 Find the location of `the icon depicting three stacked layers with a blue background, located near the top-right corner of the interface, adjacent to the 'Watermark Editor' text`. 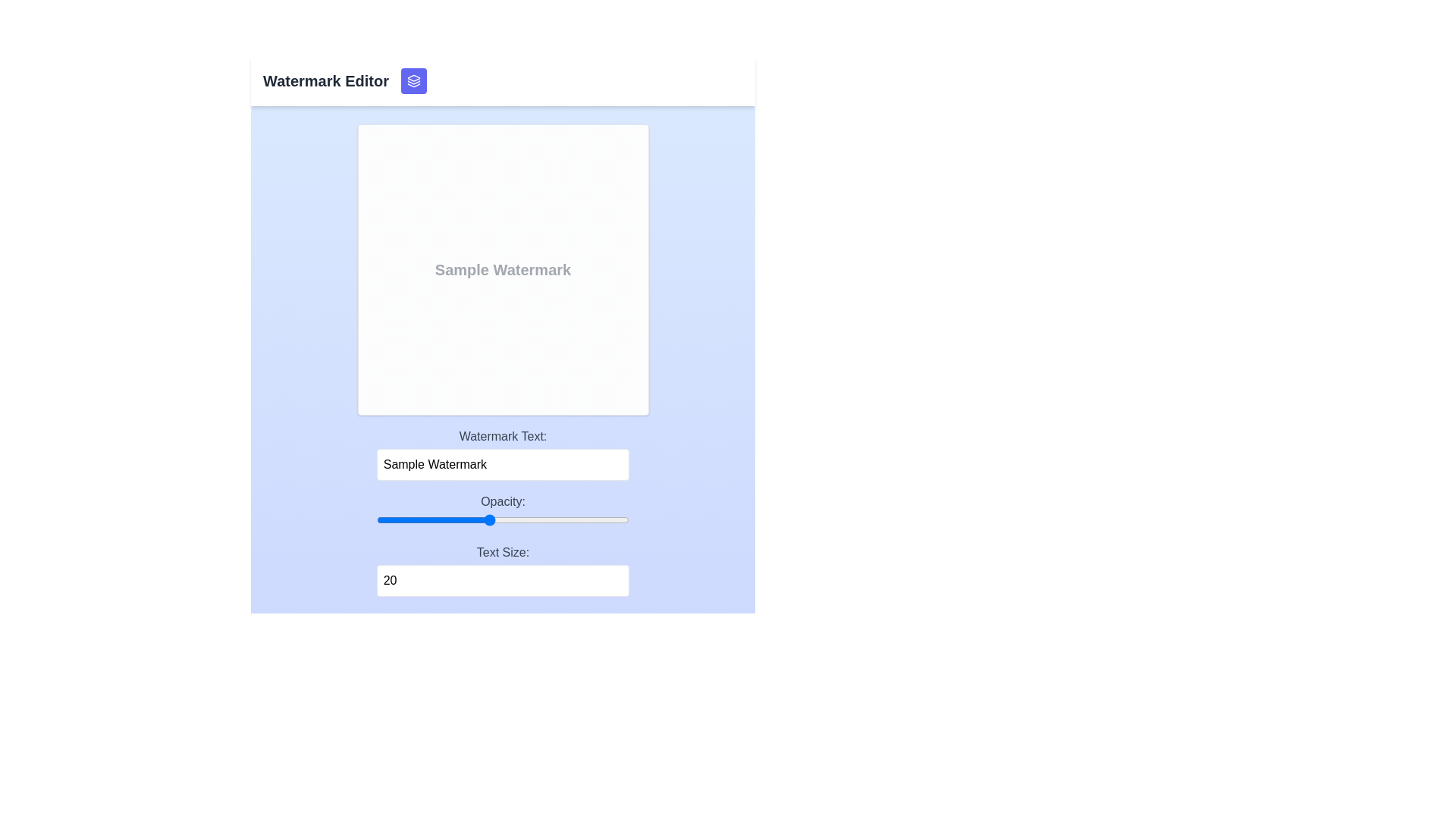

the icon depicting three stacked layers with a blue background, located near the top-right corner of the interface, adjacent to the 'Watermark Editor' text is located at coordinates (414, 81).